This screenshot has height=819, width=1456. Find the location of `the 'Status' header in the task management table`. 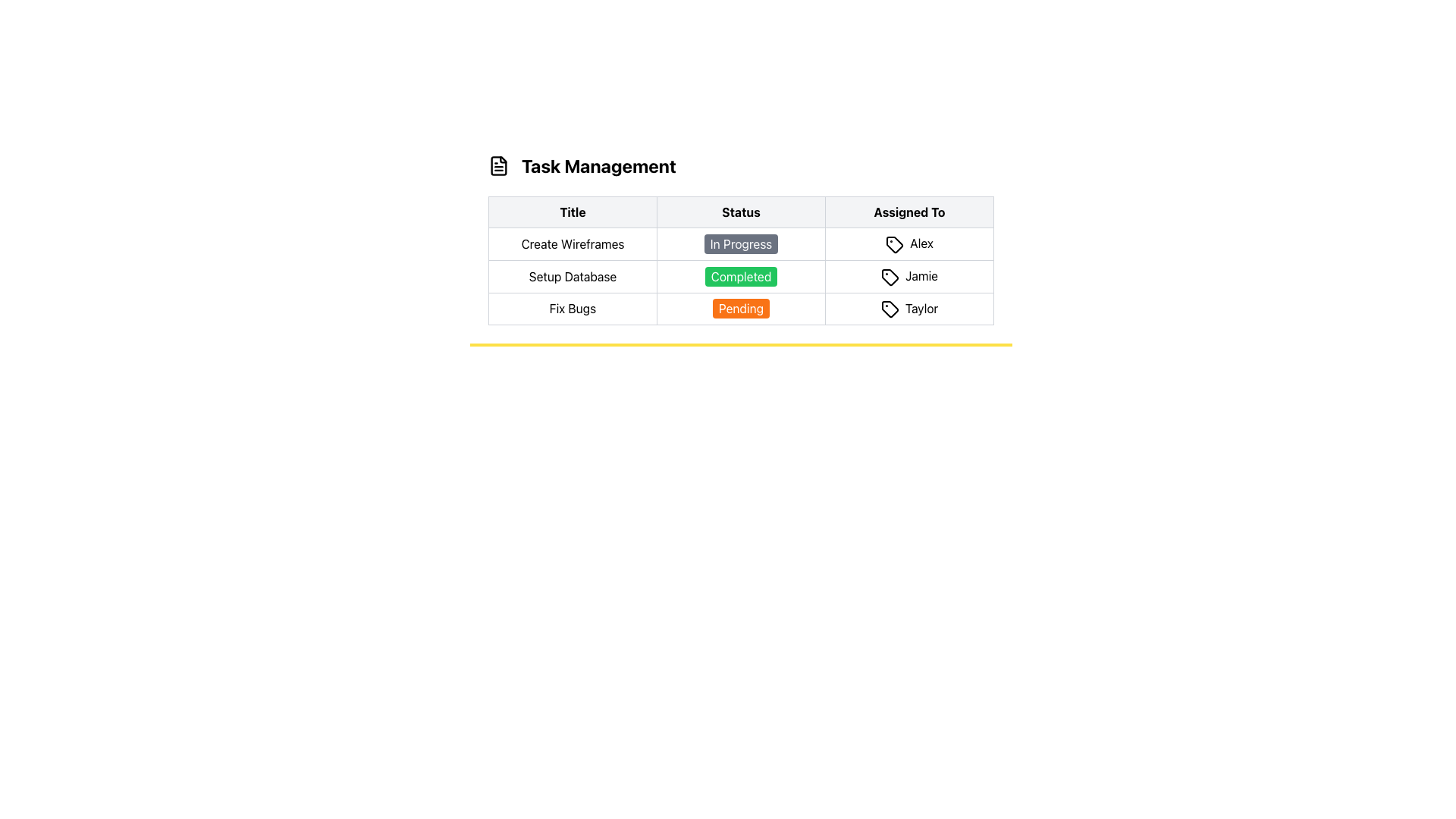

the 'Status' header in the task management table is located at coordinates (741, 212).